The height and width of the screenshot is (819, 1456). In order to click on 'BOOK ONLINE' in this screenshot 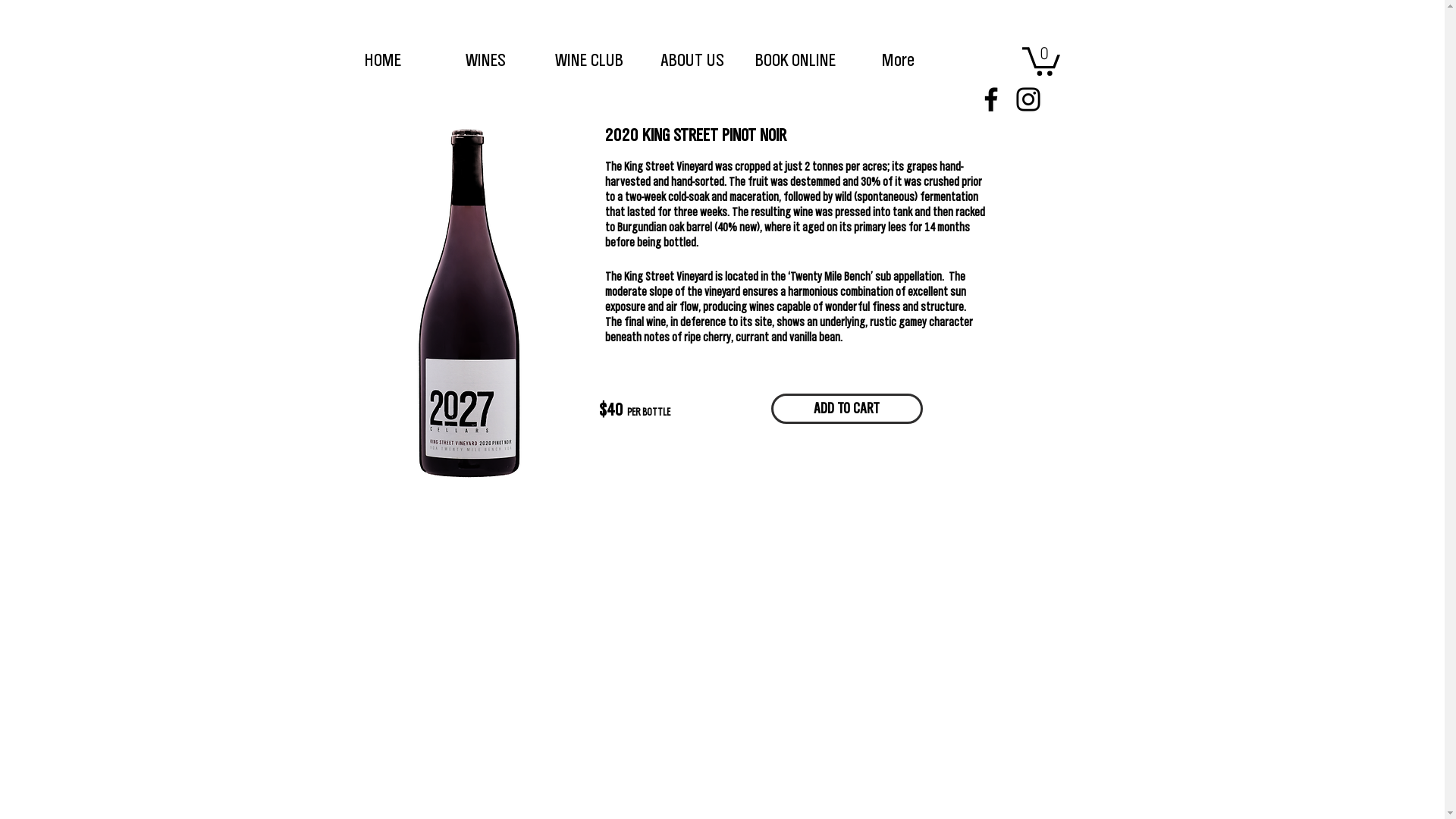, I will do `click(793, 58)`.